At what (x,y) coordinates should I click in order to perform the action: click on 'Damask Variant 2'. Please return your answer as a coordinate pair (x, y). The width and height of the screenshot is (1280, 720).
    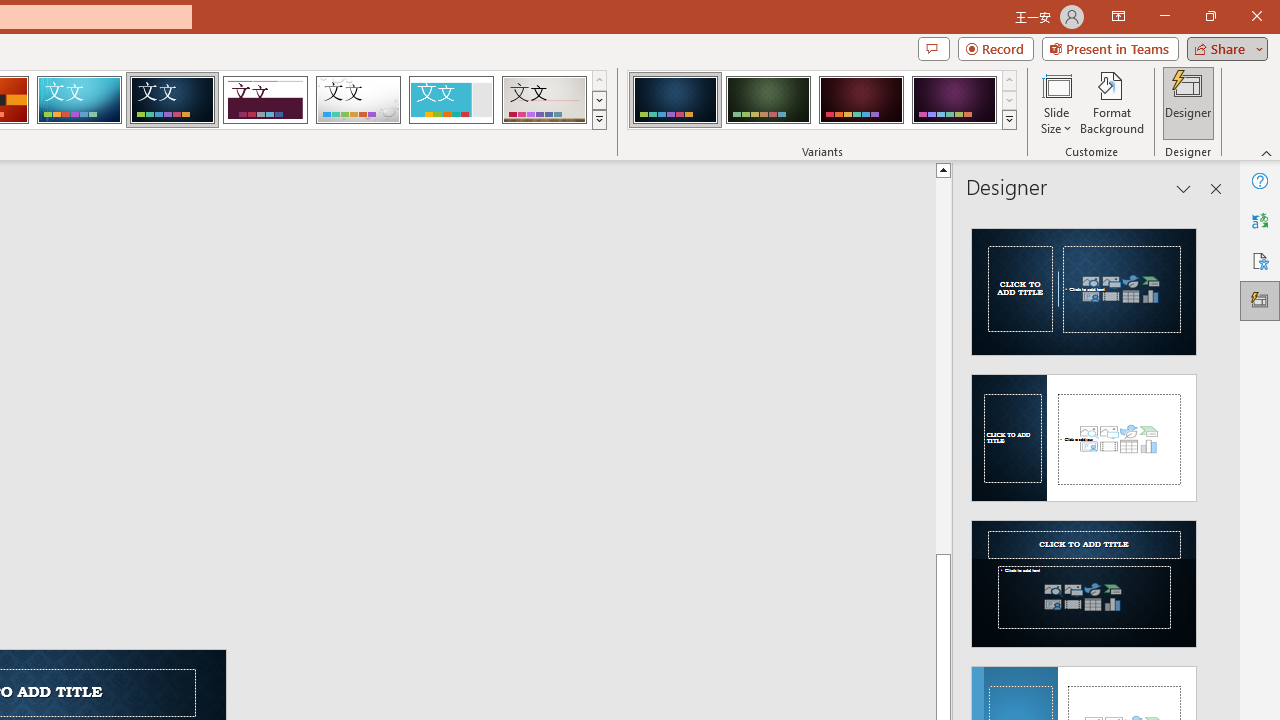
    Looking at the image, I should click on (767, 100).